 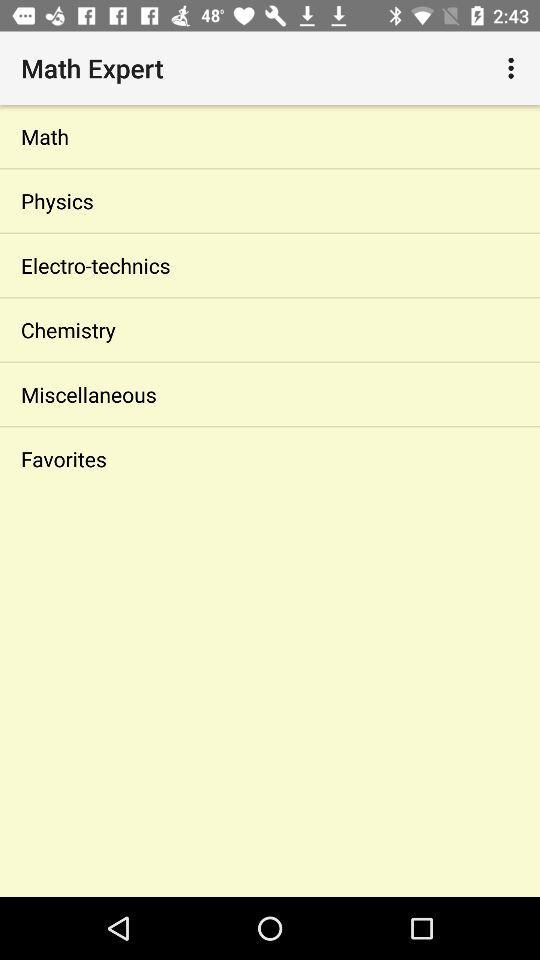 What do you see at coordinates (513, 68) in the screenshot?
I see `app above the math icon` at bounding box center [513, 68].